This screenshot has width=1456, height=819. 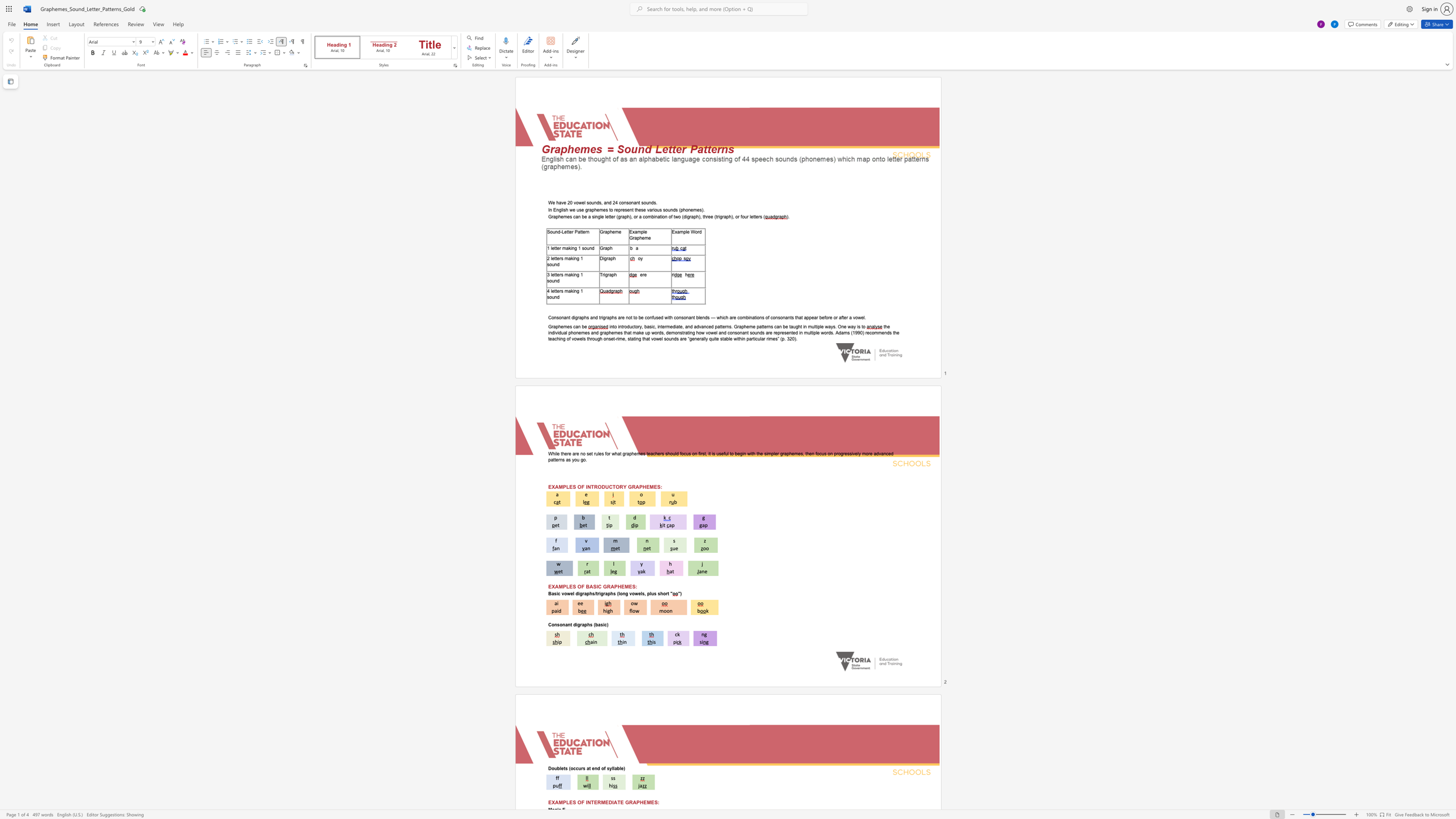 I want to click on the subset text "nglish w" within the text "In English we use graphemes to", so click(x=556, y=209).